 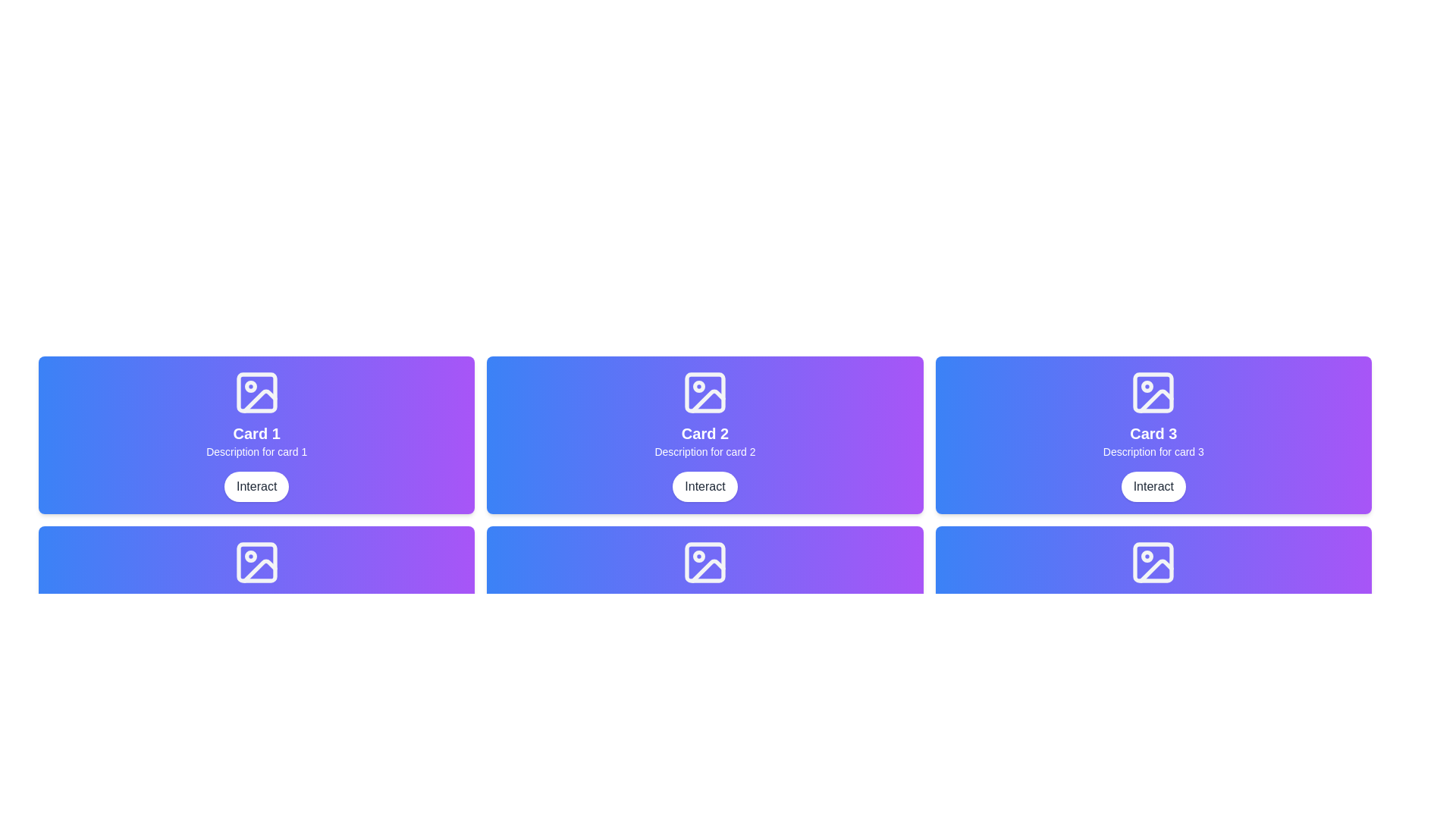 What do you see at coordinates (256, 391) in the screenshot?
I see `the visual icon component located at the top-left edge of the image icon within the 'Card 1' section` at bounding box center [256, 391].